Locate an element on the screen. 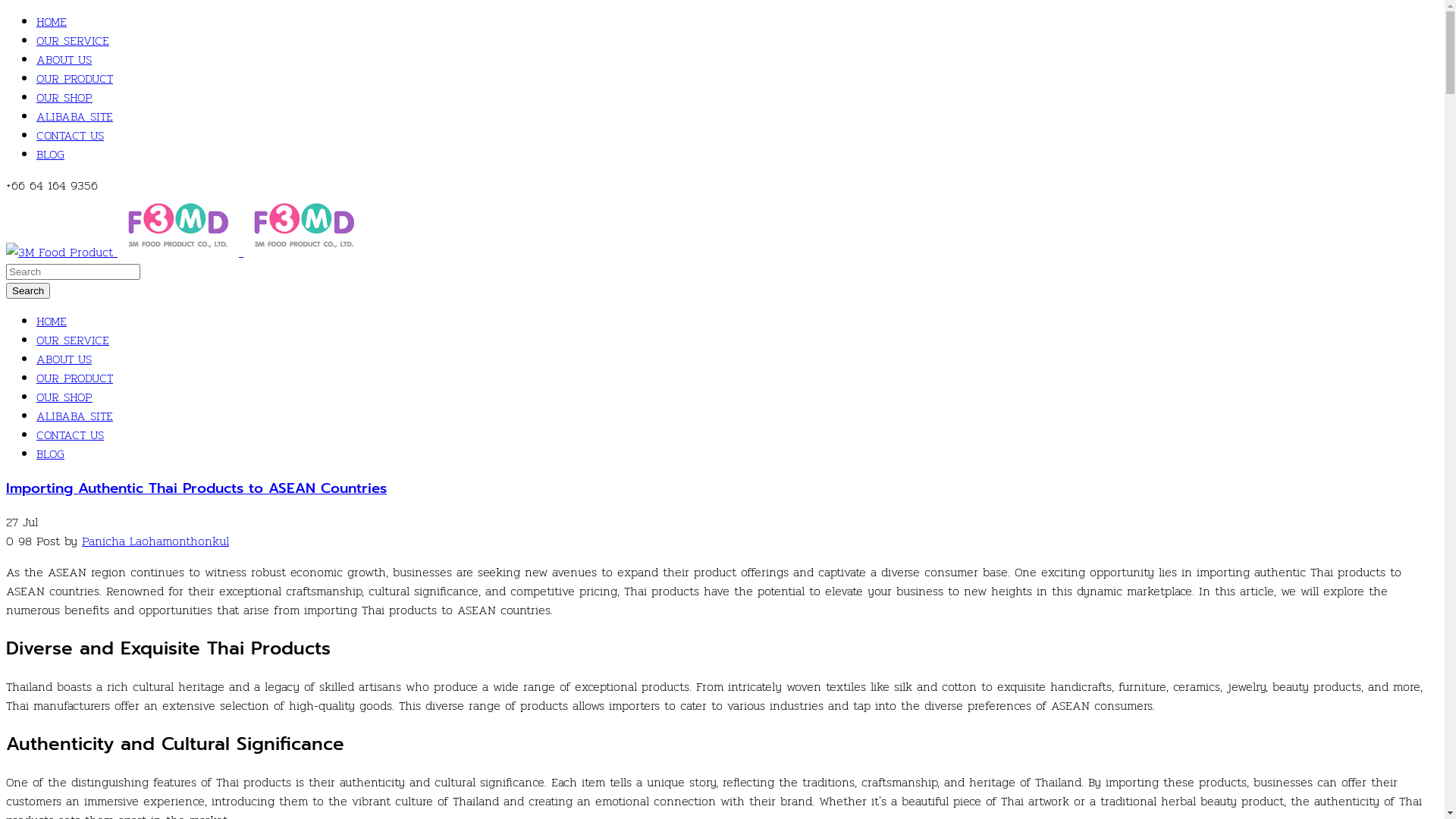  'OUR PRODUCT' is located at coordinates (74, 78).